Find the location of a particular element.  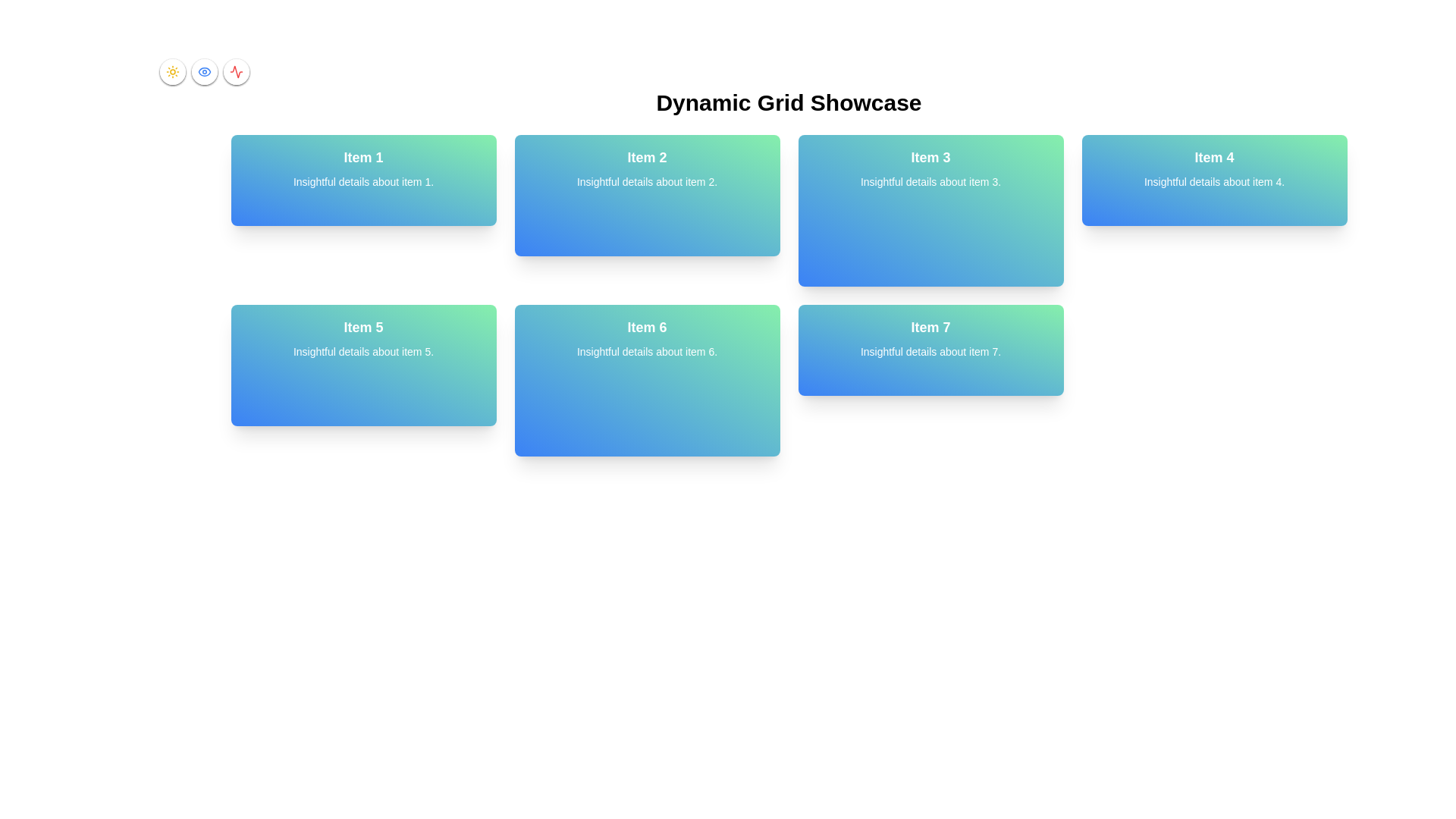

text label located in the bottom right card titled 'Item 7', which identifies the content of the card is located at coordinates (930, 327).